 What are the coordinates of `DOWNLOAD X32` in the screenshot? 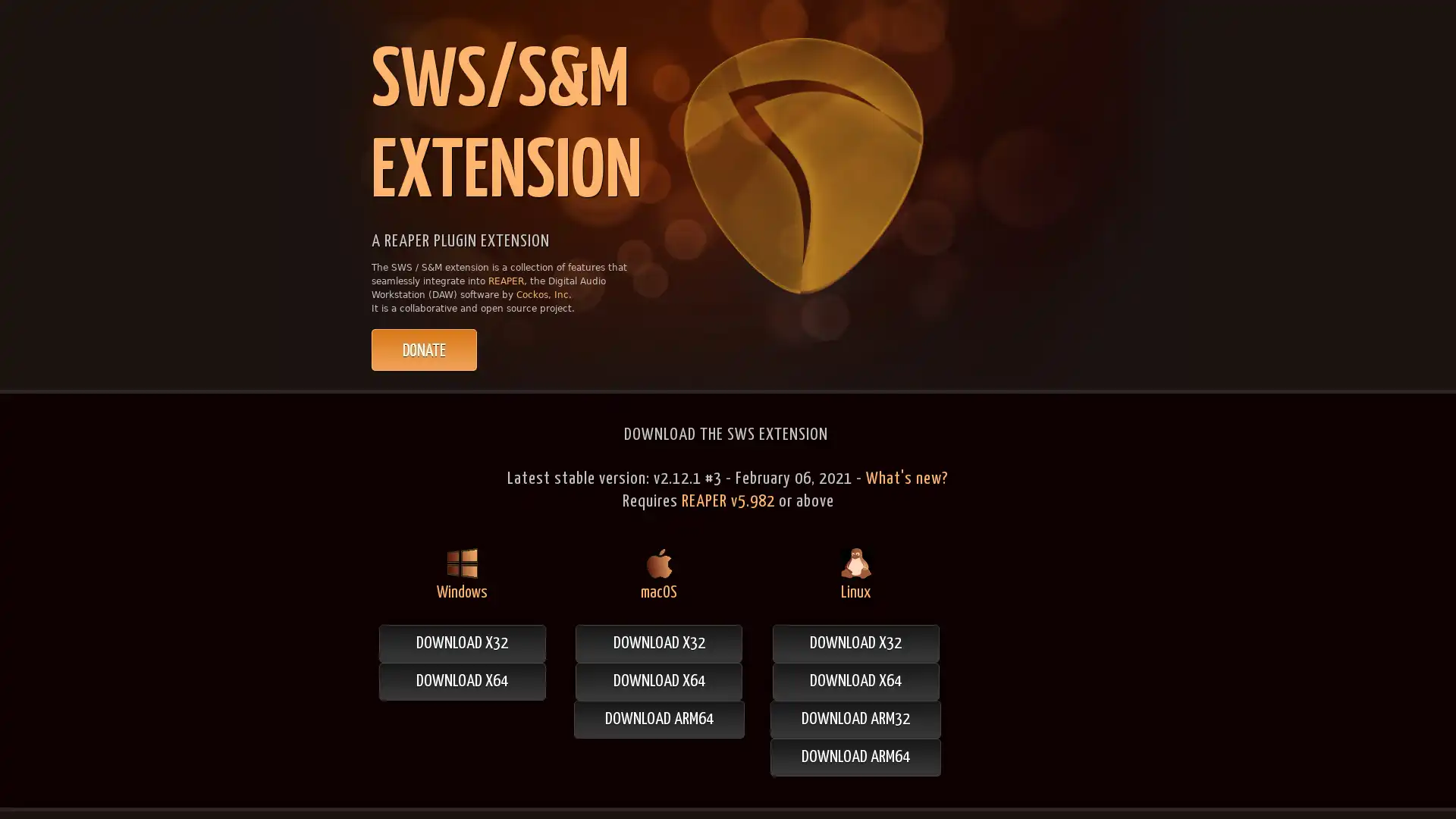 It's located at (971, 643).